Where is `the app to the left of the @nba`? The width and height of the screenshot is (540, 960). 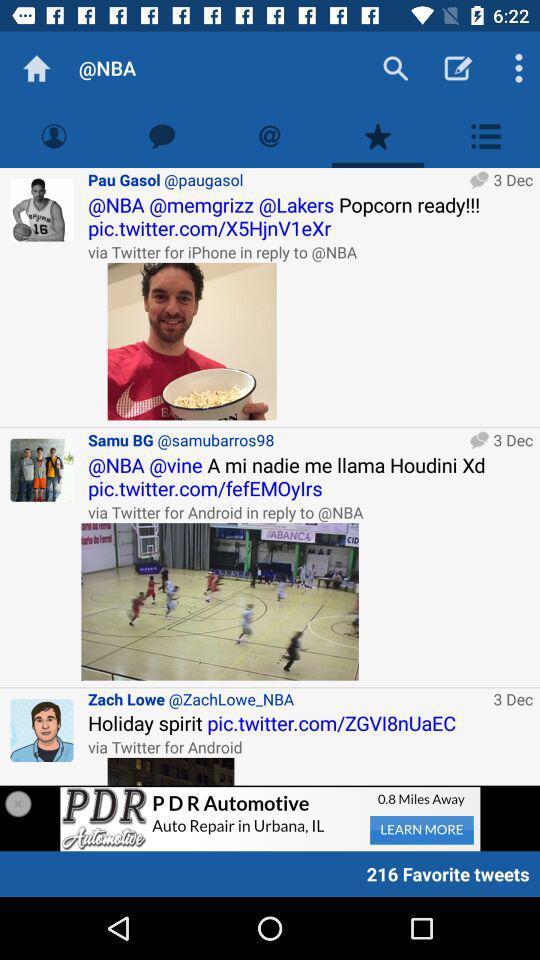
the app to the left of the @nba is located at coordinates (36, 68).